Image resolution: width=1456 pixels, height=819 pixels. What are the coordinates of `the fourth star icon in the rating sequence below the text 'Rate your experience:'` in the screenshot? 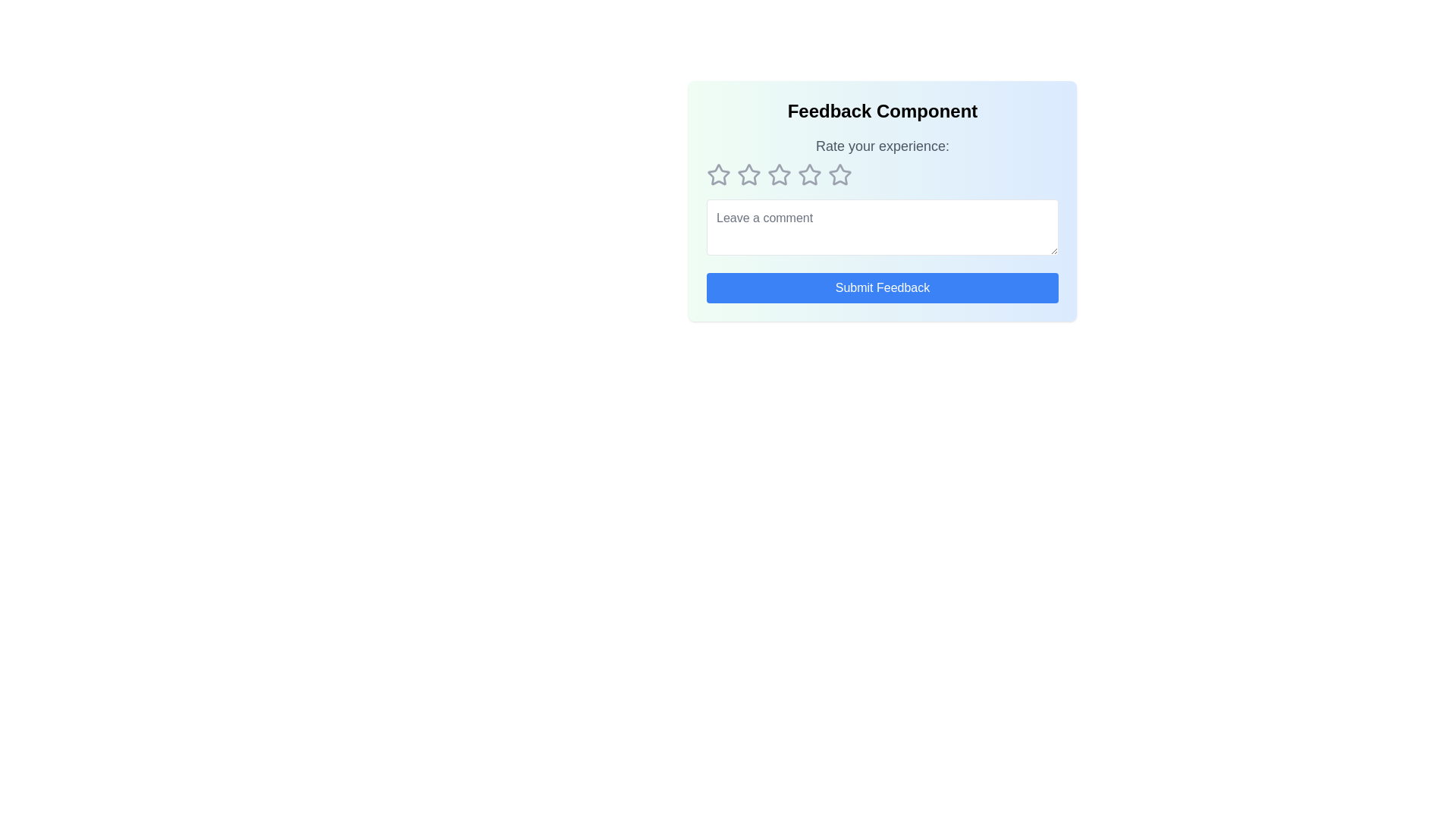 It's located at (839, 174).